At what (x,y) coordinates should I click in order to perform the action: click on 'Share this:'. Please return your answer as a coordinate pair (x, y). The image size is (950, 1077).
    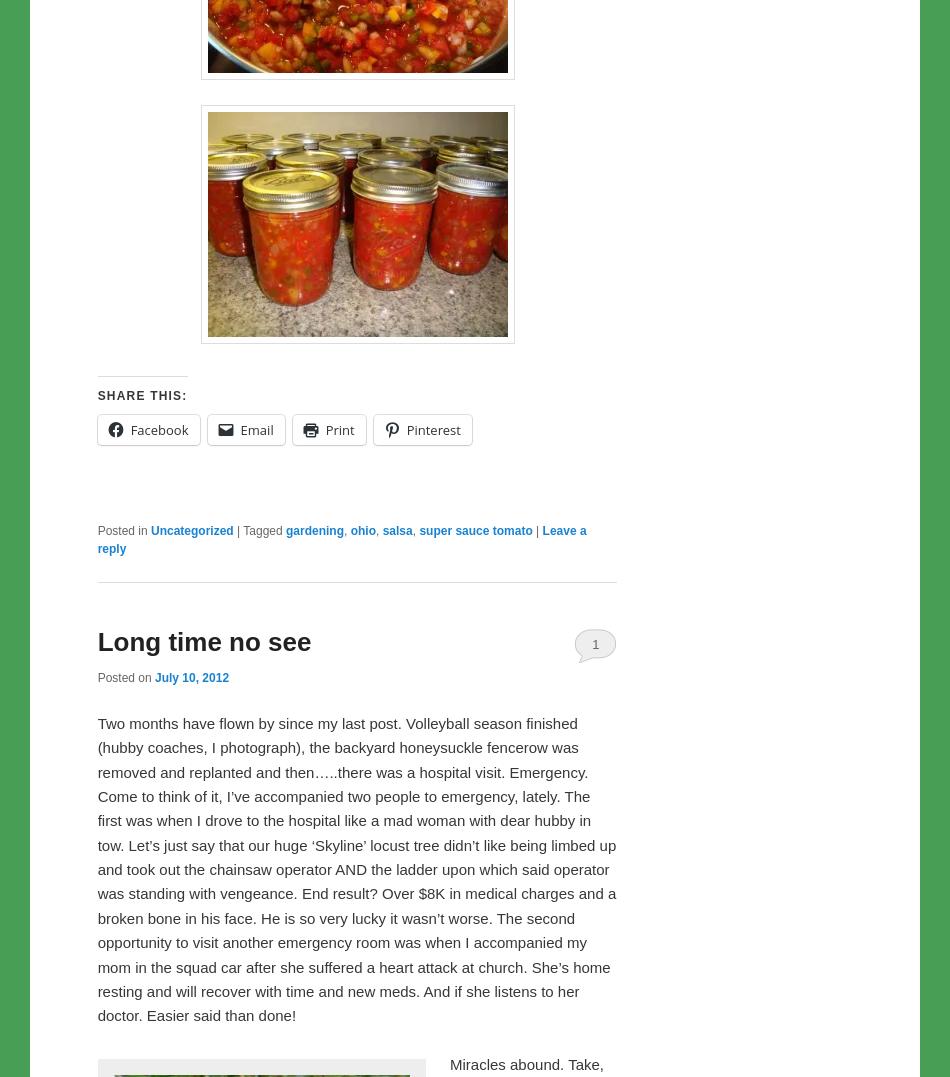
    Looking at the image, I should click on (142, 395).